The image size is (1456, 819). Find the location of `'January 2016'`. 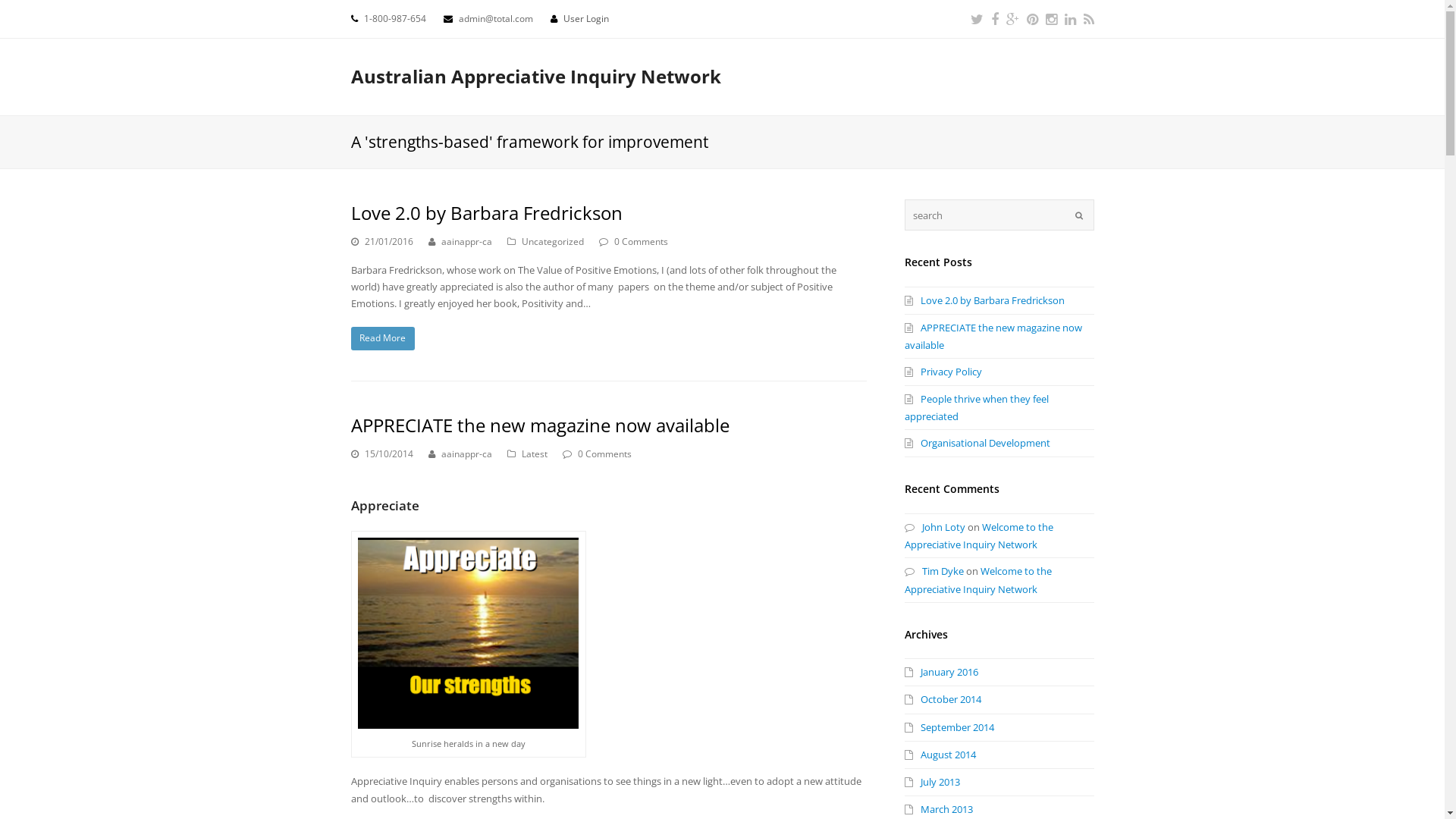

'January 2016' is located at coordinates (903, 671).